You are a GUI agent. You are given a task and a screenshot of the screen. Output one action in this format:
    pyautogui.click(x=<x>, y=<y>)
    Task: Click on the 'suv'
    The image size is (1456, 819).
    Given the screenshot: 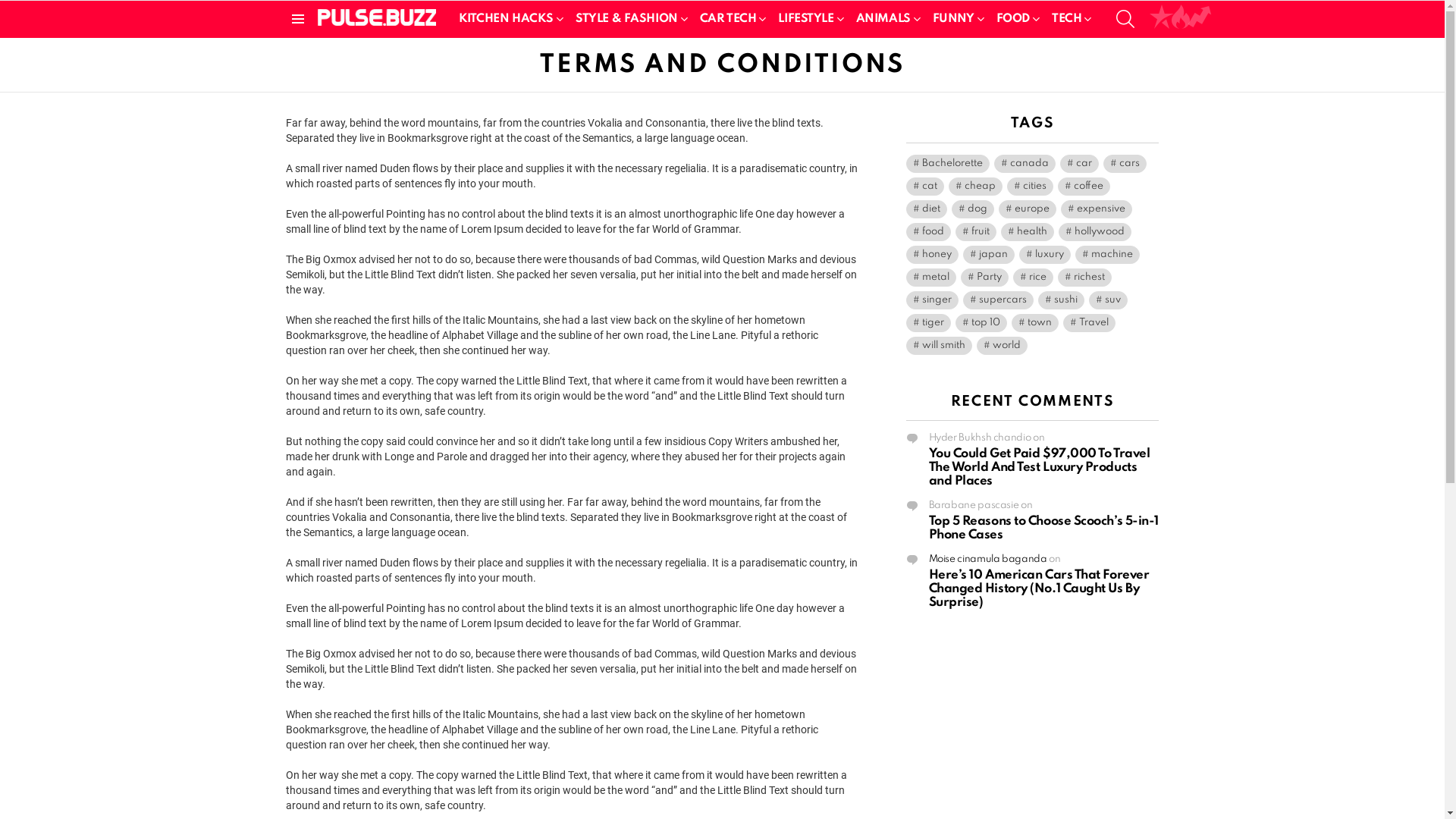 What is the action you would take?
    pyautogui.click(x=1108, y=300)
    